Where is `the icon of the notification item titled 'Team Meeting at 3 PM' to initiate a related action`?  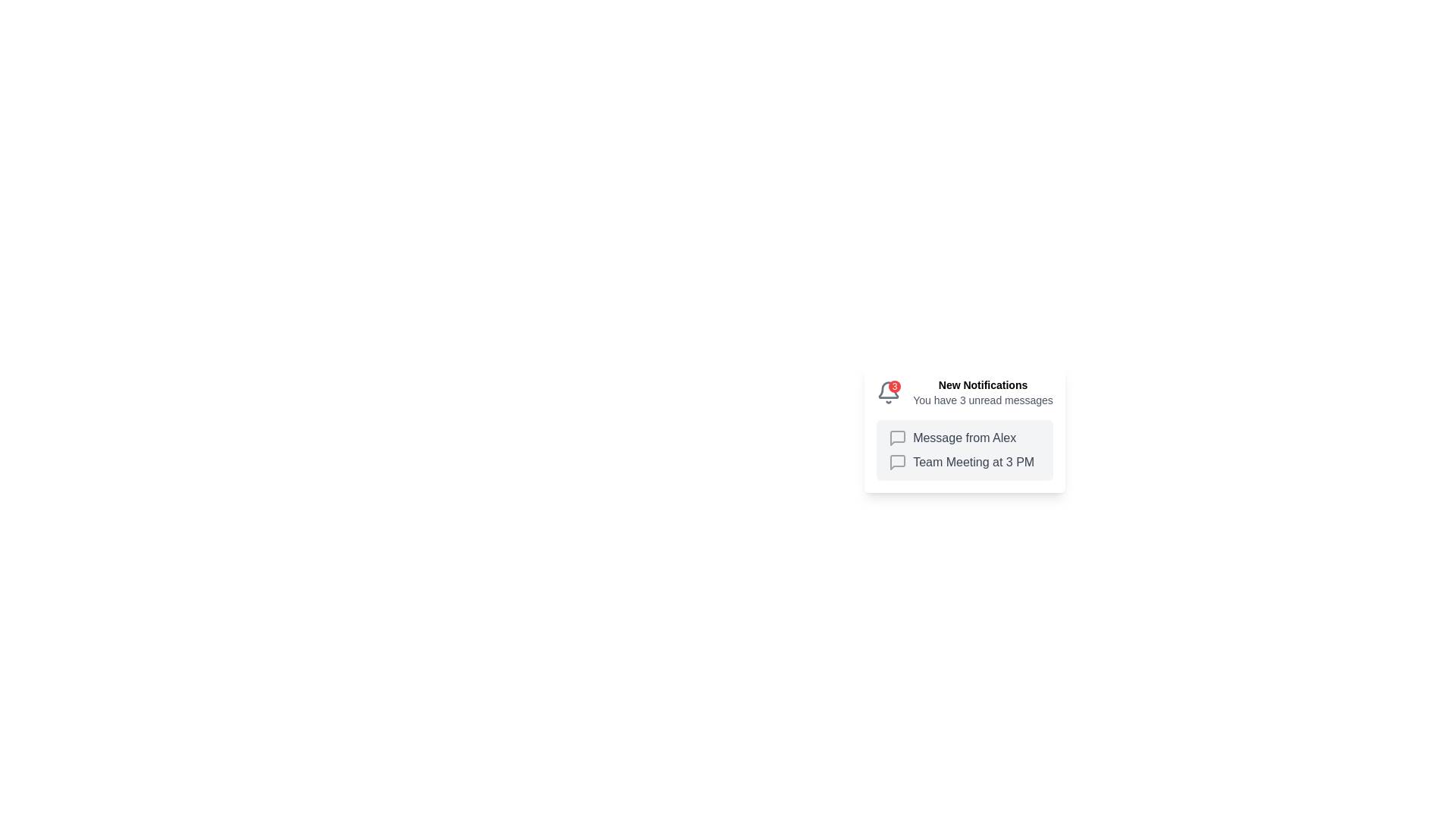 the icon of the notification item titled 'Team Meeting at 3 PM' to initiate a related action is located at coordinates (964, 461).